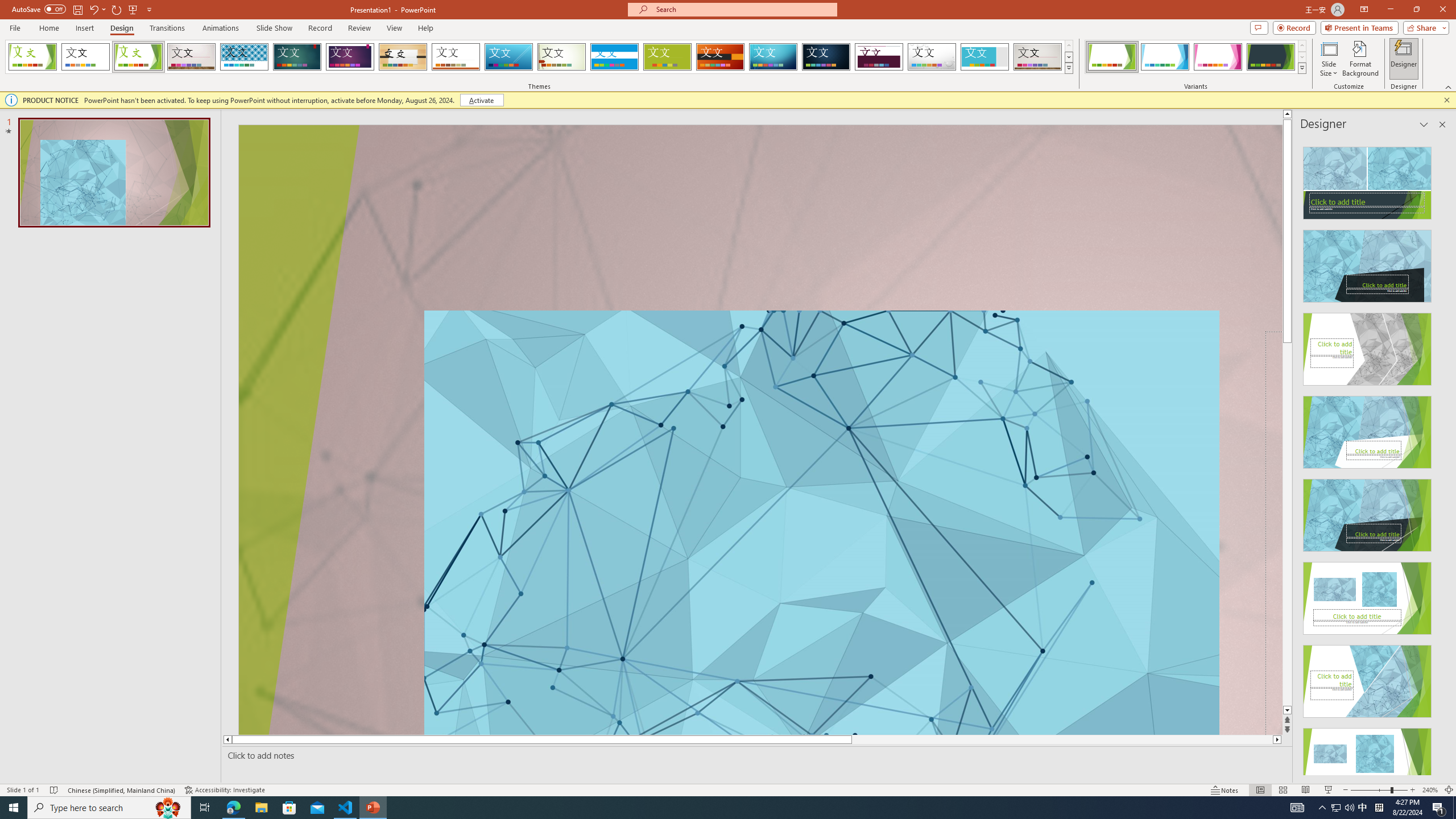 Image resolution: width=1456 pixels, height=819 pixels. Describe the element at coordinates (1366, 179) in the screenshot. I see `'Recommended Design: Design Idea'` at that location.